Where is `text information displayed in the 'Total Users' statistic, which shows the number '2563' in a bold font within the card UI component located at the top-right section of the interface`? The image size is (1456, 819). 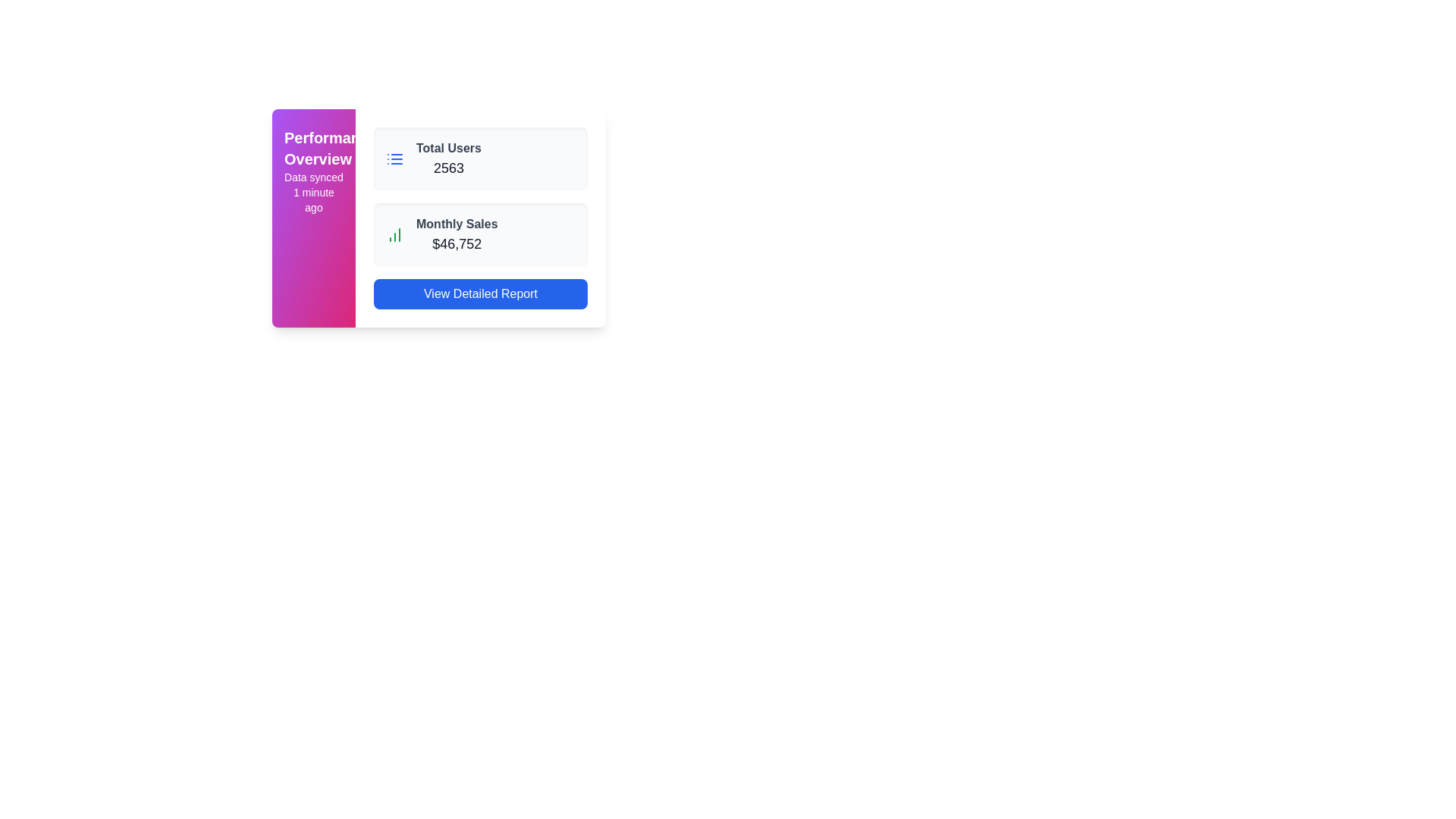
text information displayed in the 'Total Users' statistic, which shows the number '2563' in a bold font within the card UI component located at the top-right section of the interface is located at coordinates (447, 158).